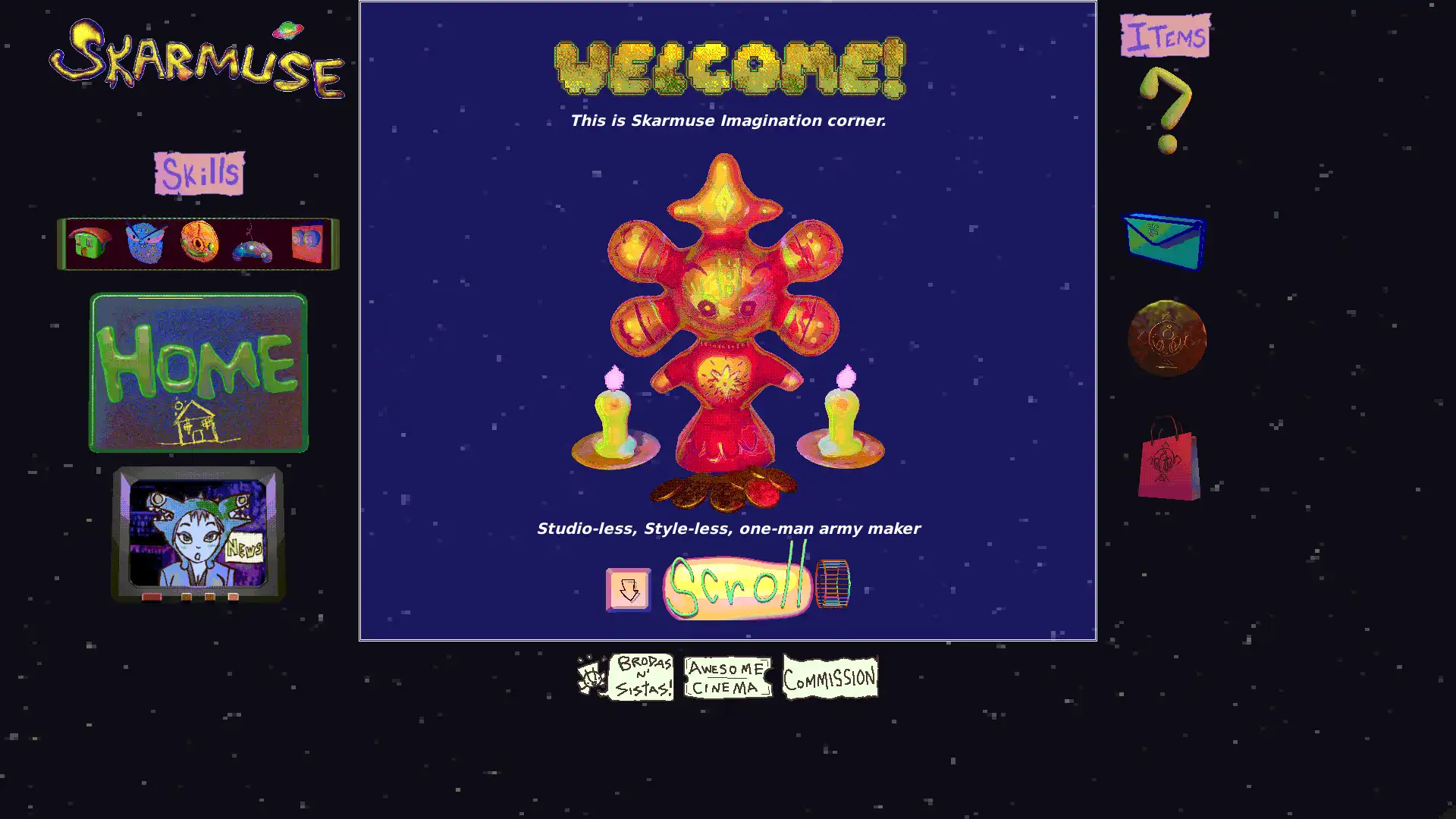 Image resolution: width=1456 pixels, height=819 pixels. What do you see at coordinates (726, 701) in the screenshot?
I see `Give choco coin` at bounding box center [726, 701].